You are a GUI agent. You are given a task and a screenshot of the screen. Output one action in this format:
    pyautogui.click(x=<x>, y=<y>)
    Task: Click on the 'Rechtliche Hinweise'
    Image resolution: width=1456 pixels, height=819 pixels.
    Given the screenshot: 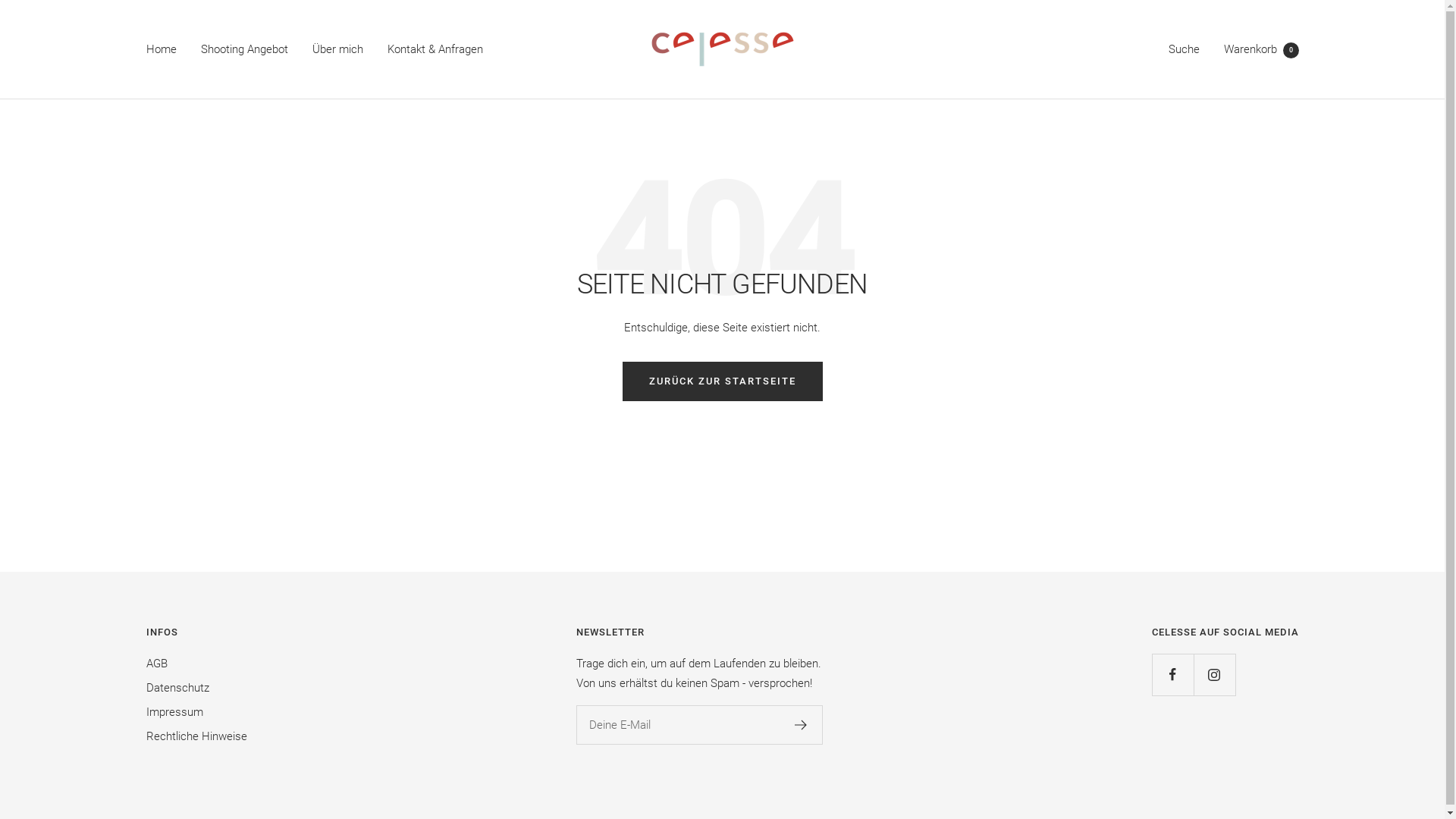 What is the action you would take?
    pyautogui.click(x=146, y=736)
    